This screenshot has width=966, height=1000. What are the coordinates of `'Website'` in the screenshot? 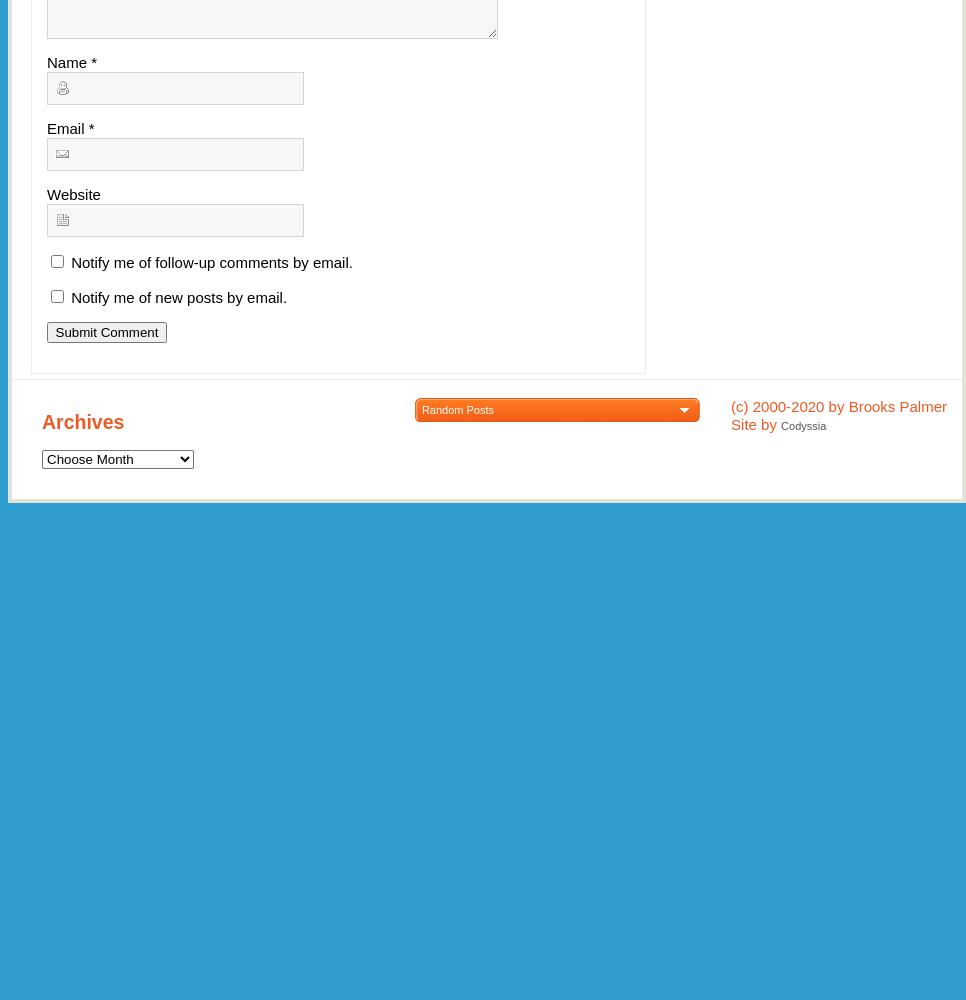 It's located at (72, 193).